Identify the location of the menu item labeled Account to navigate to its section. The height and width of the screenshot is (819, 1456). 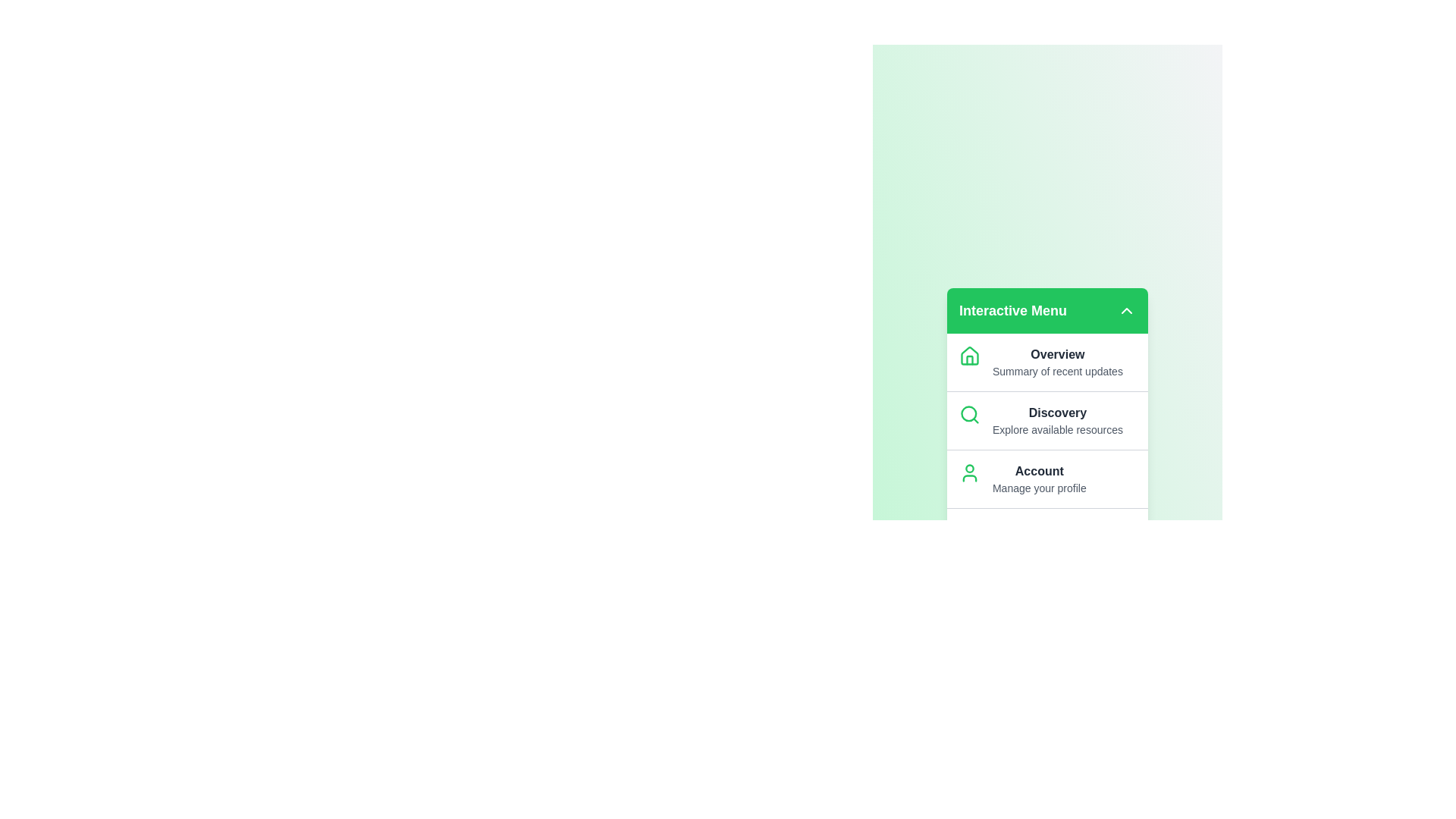
(1038, 470).